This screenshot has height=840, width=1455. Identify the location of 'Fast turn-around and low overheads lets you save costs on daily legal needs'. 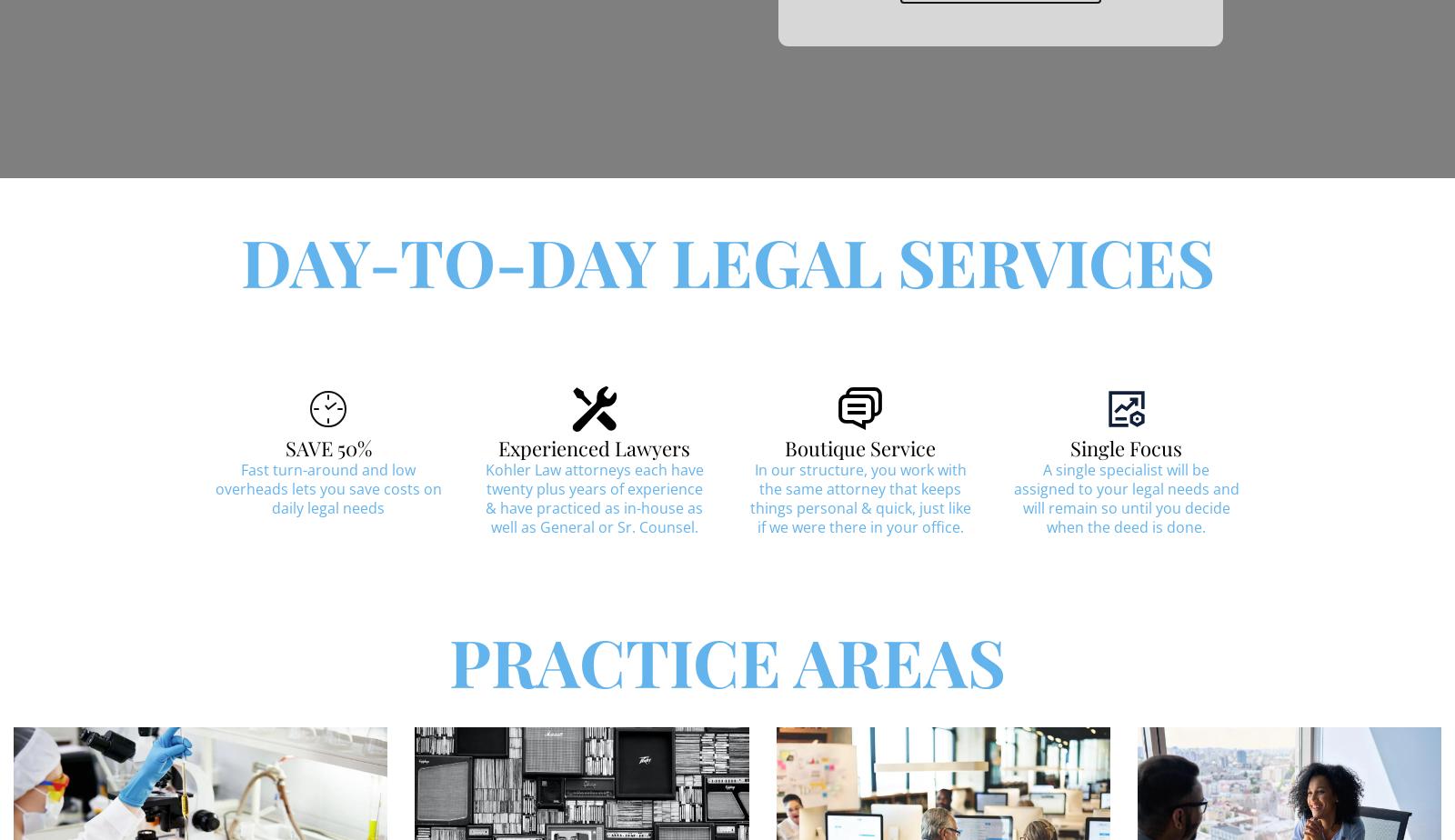
(327, 488).